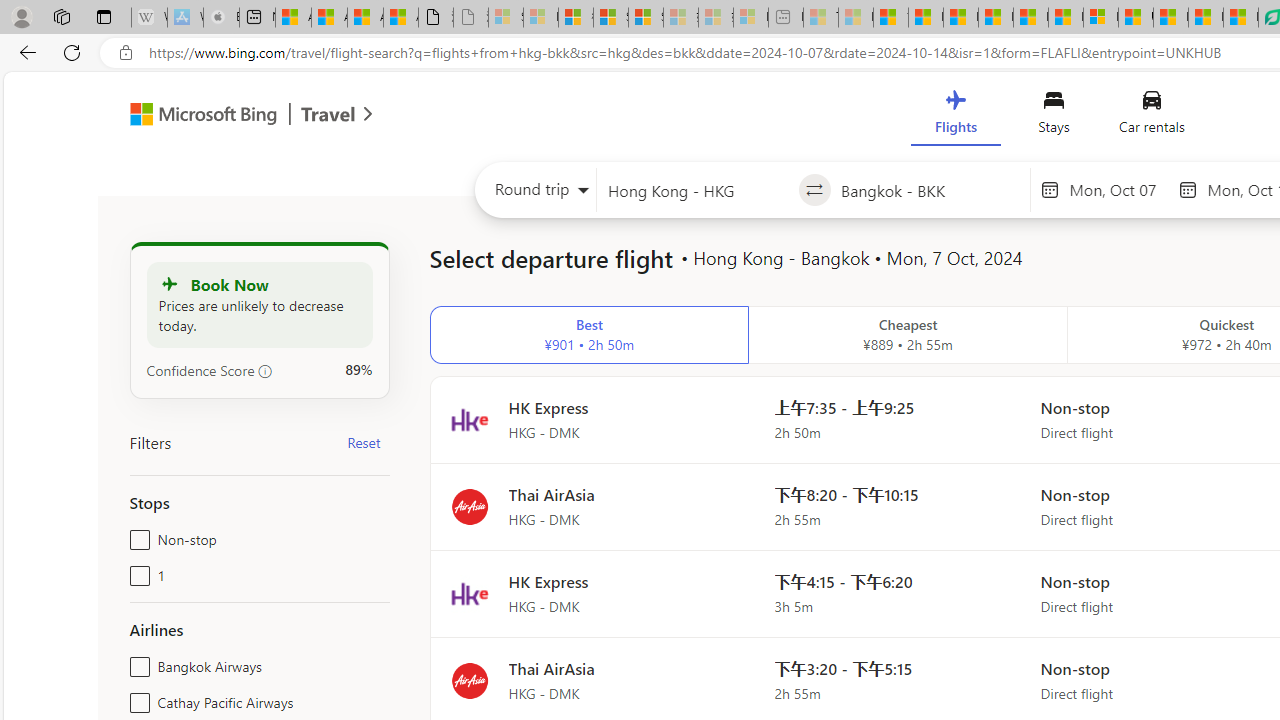 The width and height of the screenshot is (1280, 720). Describe the element at coordinates (195, 117) in the screenshot. I see `'Microsoft Bing'` at that location.